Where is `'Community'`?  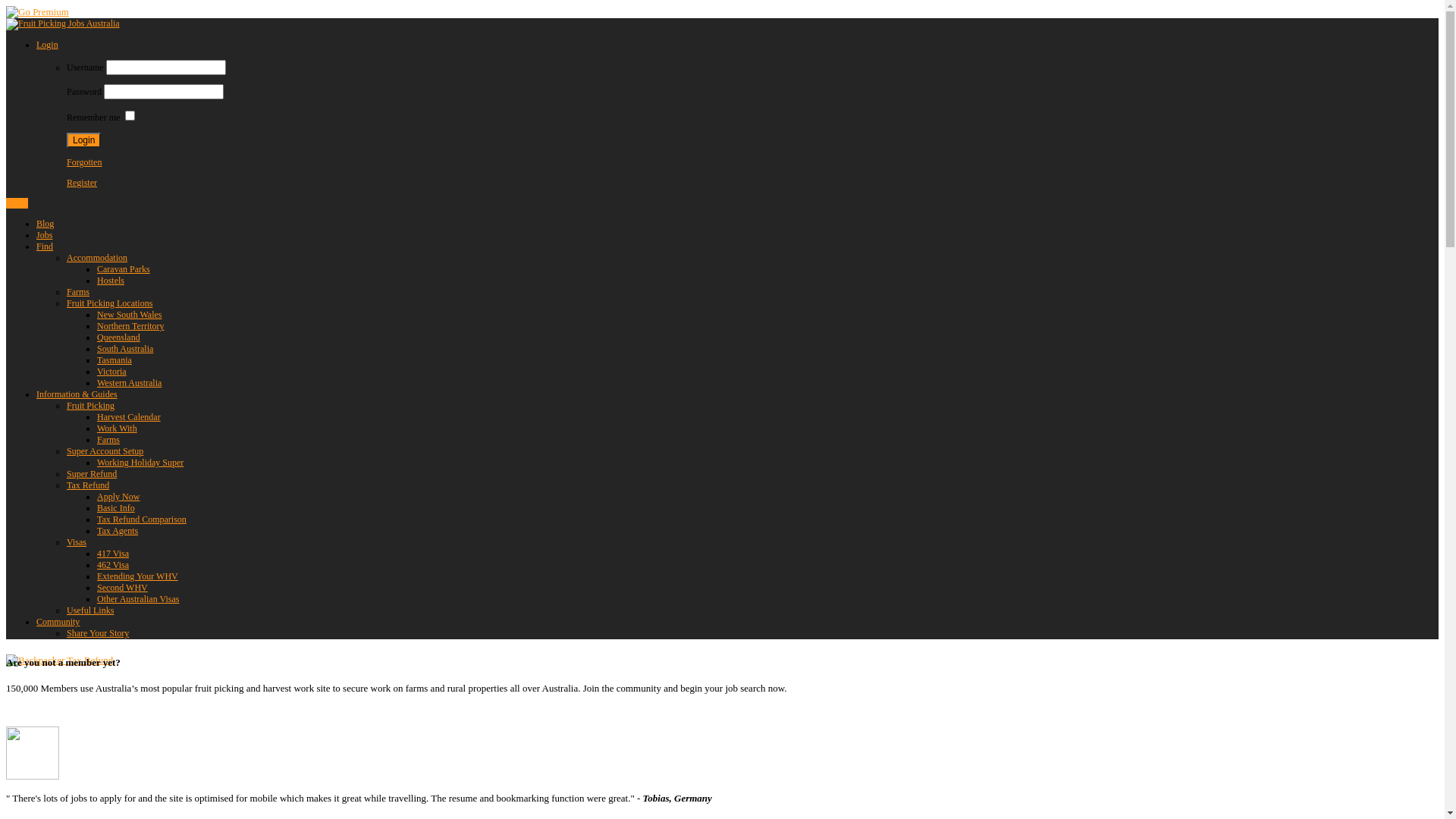 'Community' is located at coordinates (58, 622).